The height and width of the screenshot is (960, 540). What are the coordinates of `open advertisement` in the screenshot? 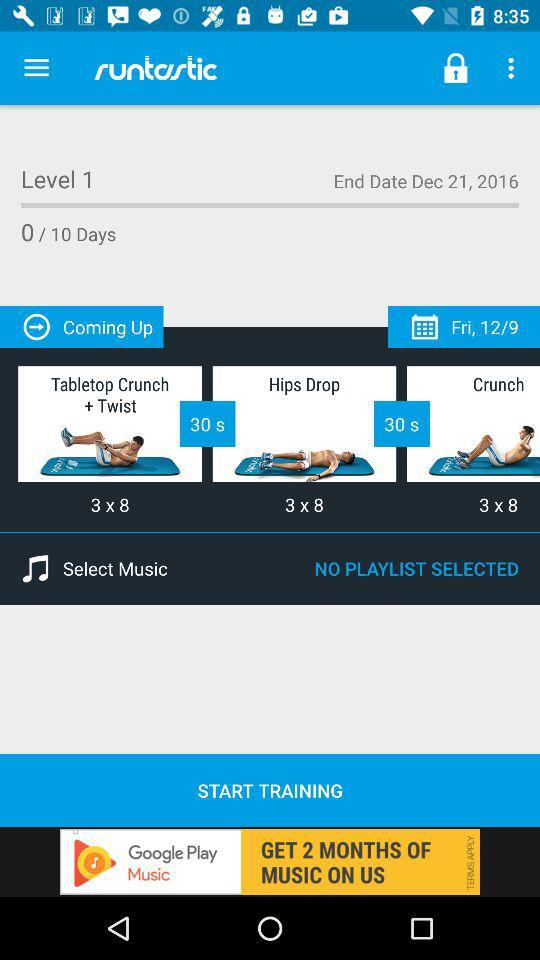 It's located at (270, 860).